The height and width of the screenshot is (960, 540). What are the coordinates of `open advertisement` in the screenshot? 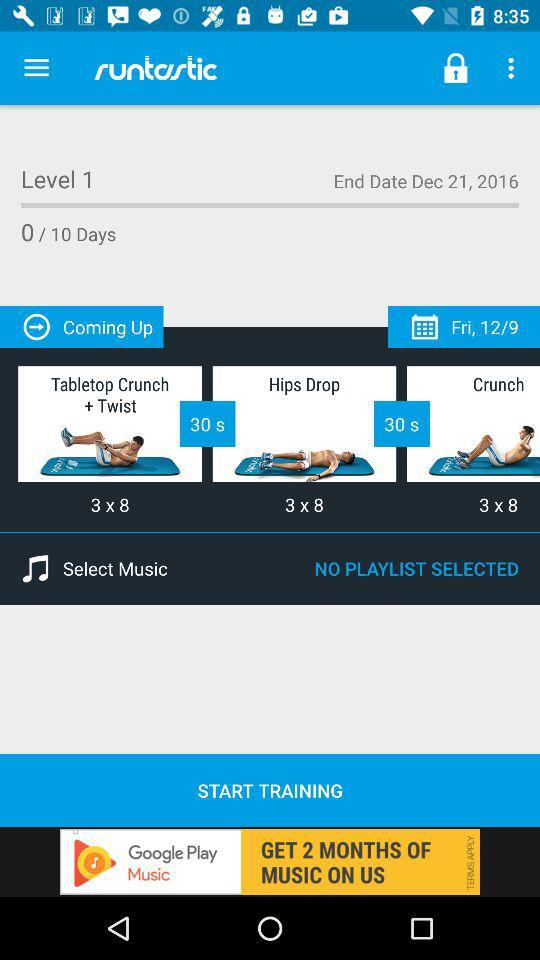 It's located at (270, 860).